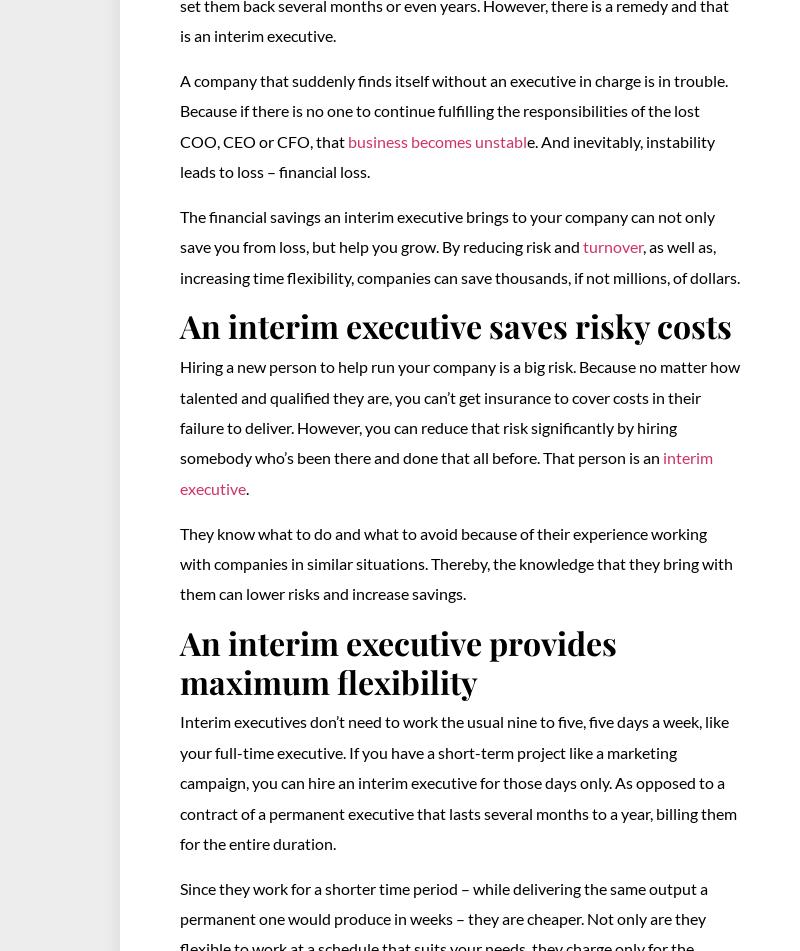 Image resolution: width=800 pixels, height=951 pixels. I want to click on 'A company that suddenly finds itself without an executive in charge is in trouble. Because if there is no one to continue fulfilling the responsibilities of the lost COO, CEO or CFO, that', so click(453, 110).